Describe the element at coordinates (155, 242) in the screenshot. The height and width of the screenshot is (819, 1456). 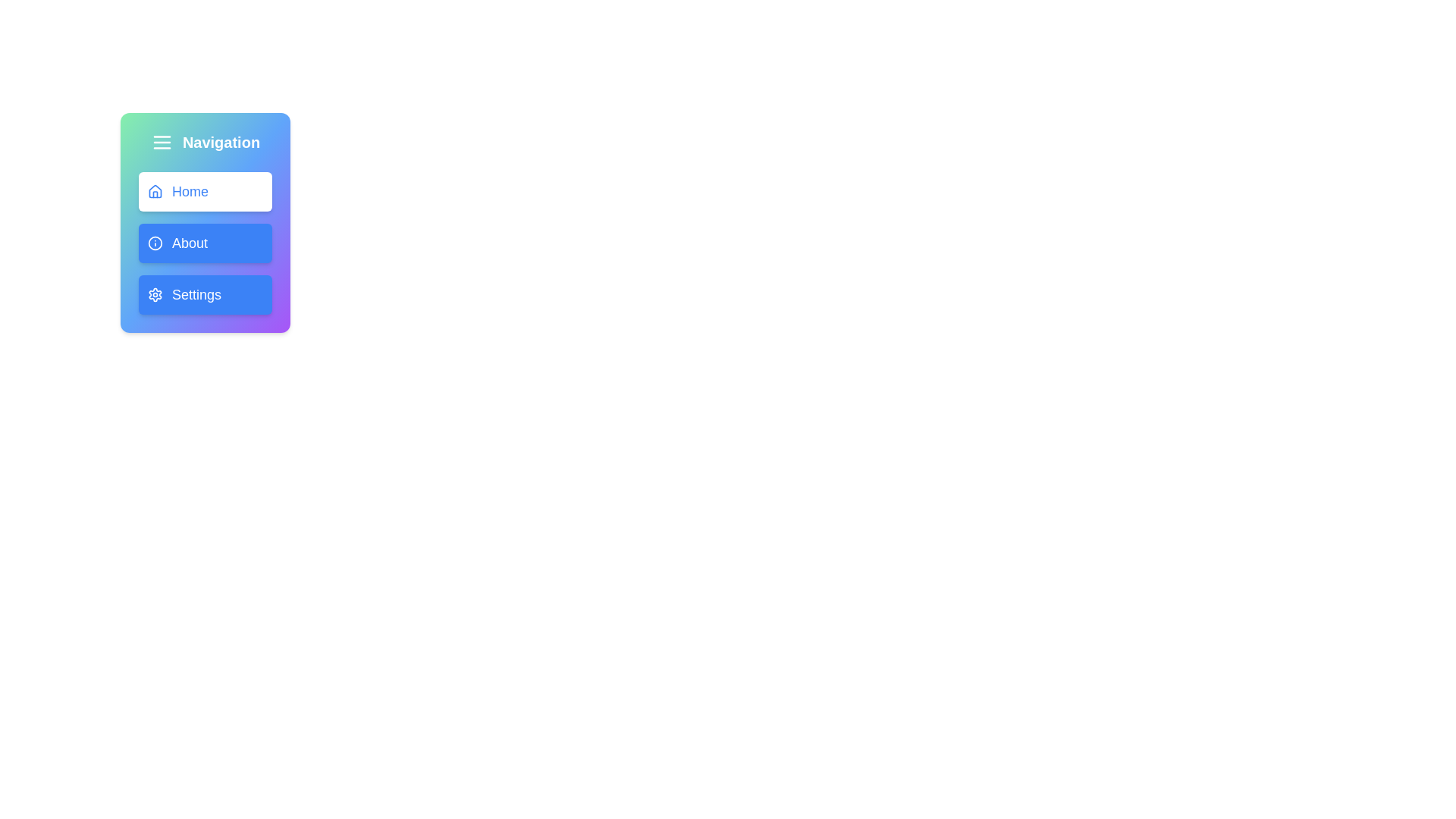
I see `the visual representation of the 'information' icon located to the left of the 'About' text in the navigation menu` at that location.